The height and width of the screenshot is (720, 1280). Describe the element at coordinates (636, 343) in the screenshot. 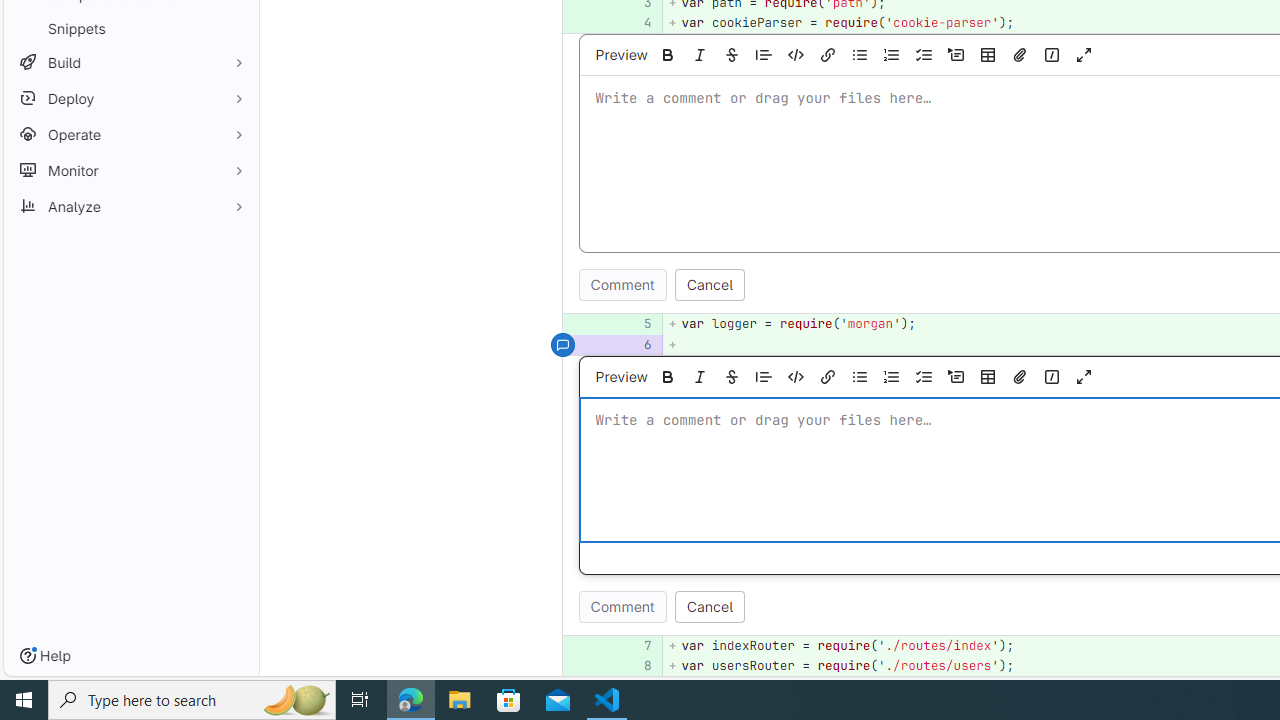

I see `'6'` at that location.